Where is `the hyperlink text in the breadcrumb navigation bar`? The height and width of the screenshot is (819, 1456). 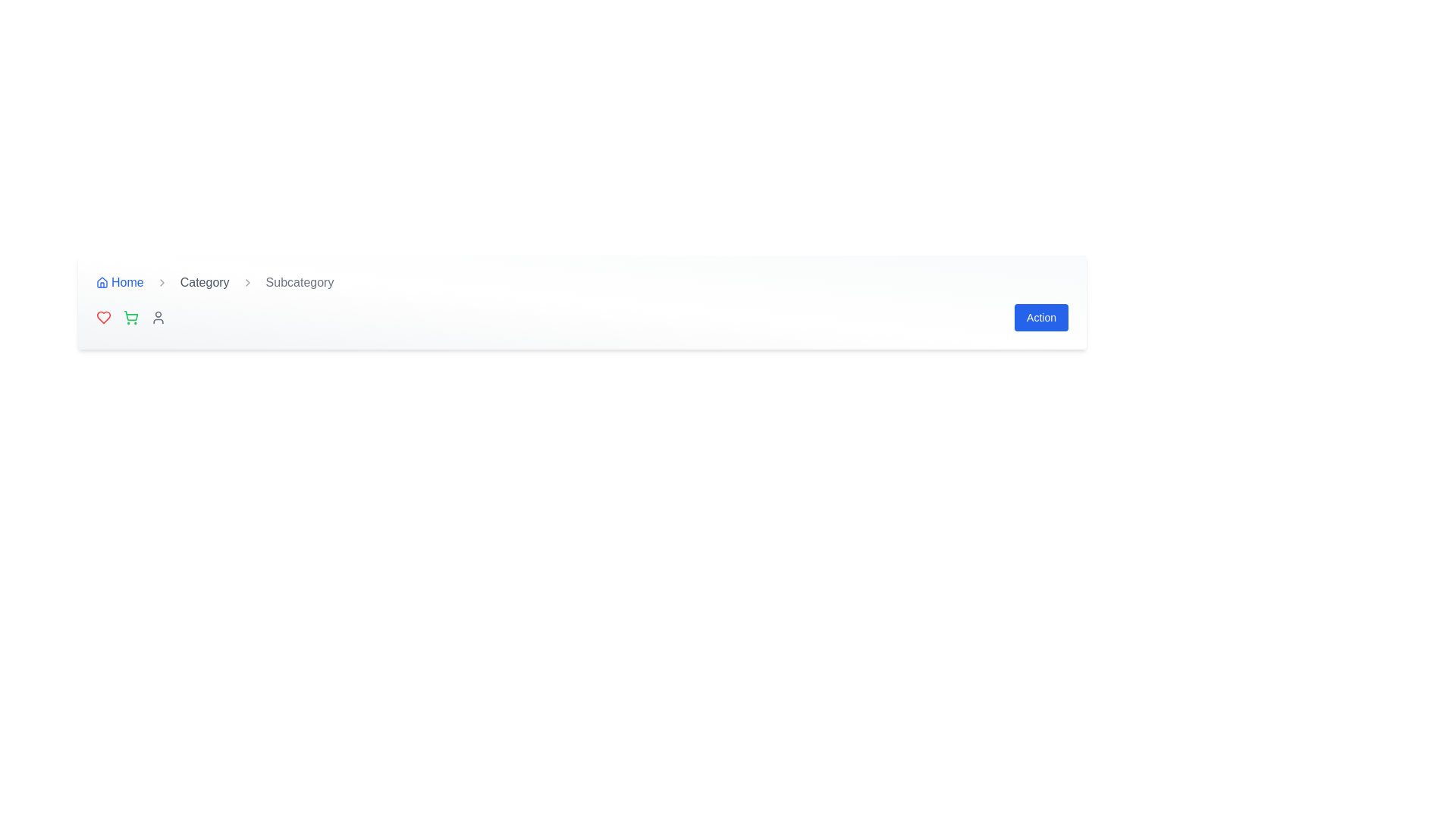
the hyperlink text in the breadcrumb navigation bar is located at coordinates (204, 283).